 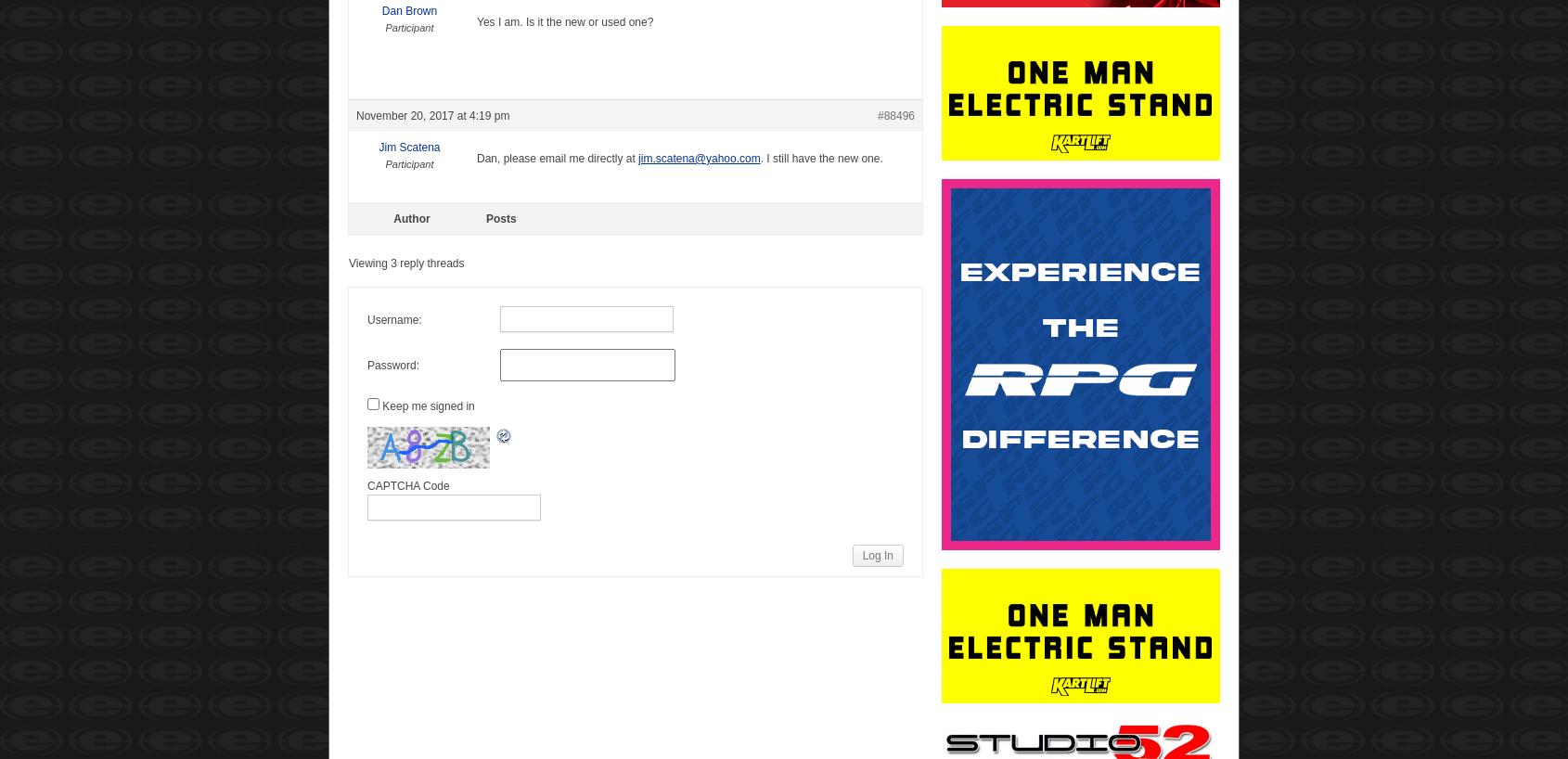 I want to click on 'jim.scatena@yahoo.com', so click(x=698, y=156).